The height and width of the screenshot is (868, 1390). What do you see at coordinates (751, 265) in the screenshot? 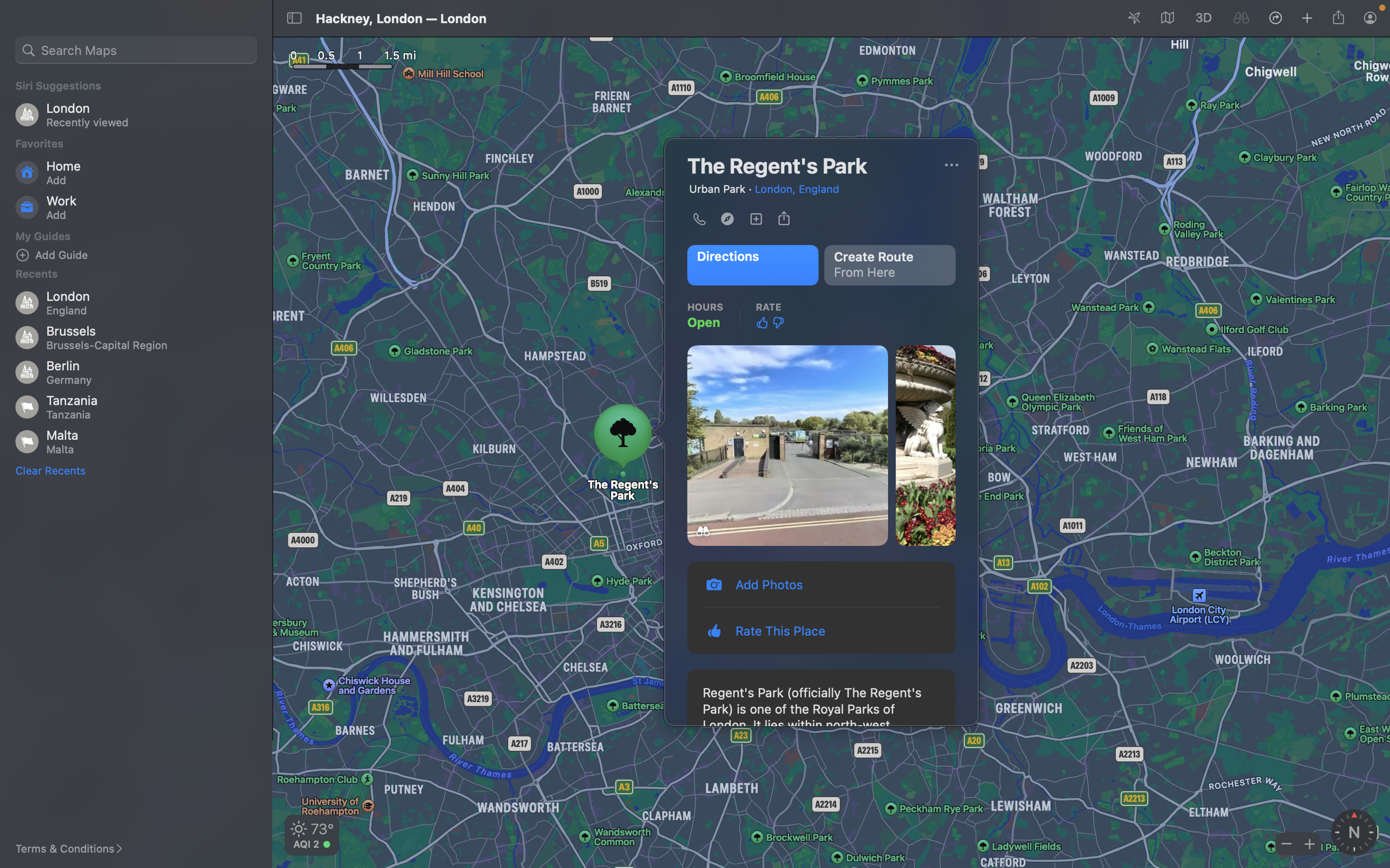
I see `Get directions to the nearest public transportation station` at bounding box center [751, 265].